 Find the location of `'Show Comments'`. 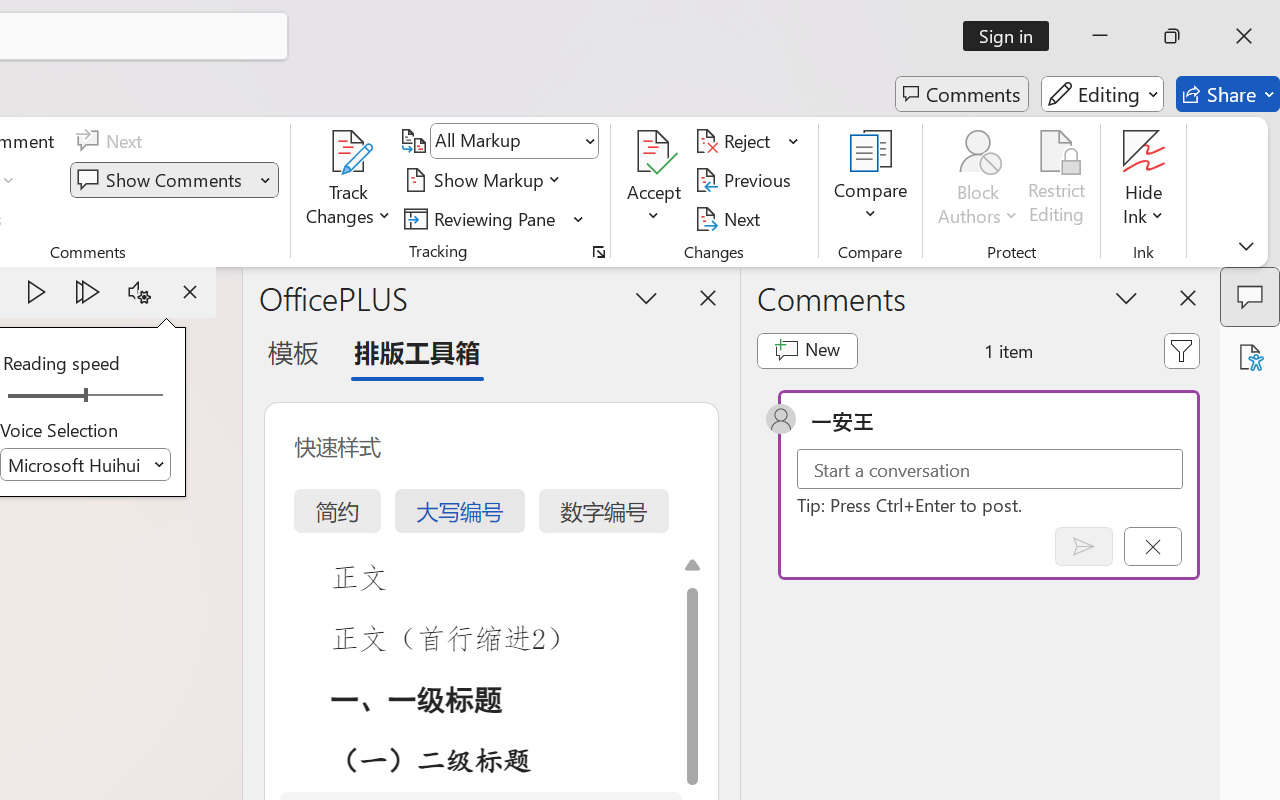

'Show Comments' is located at coordinates (162, 179).